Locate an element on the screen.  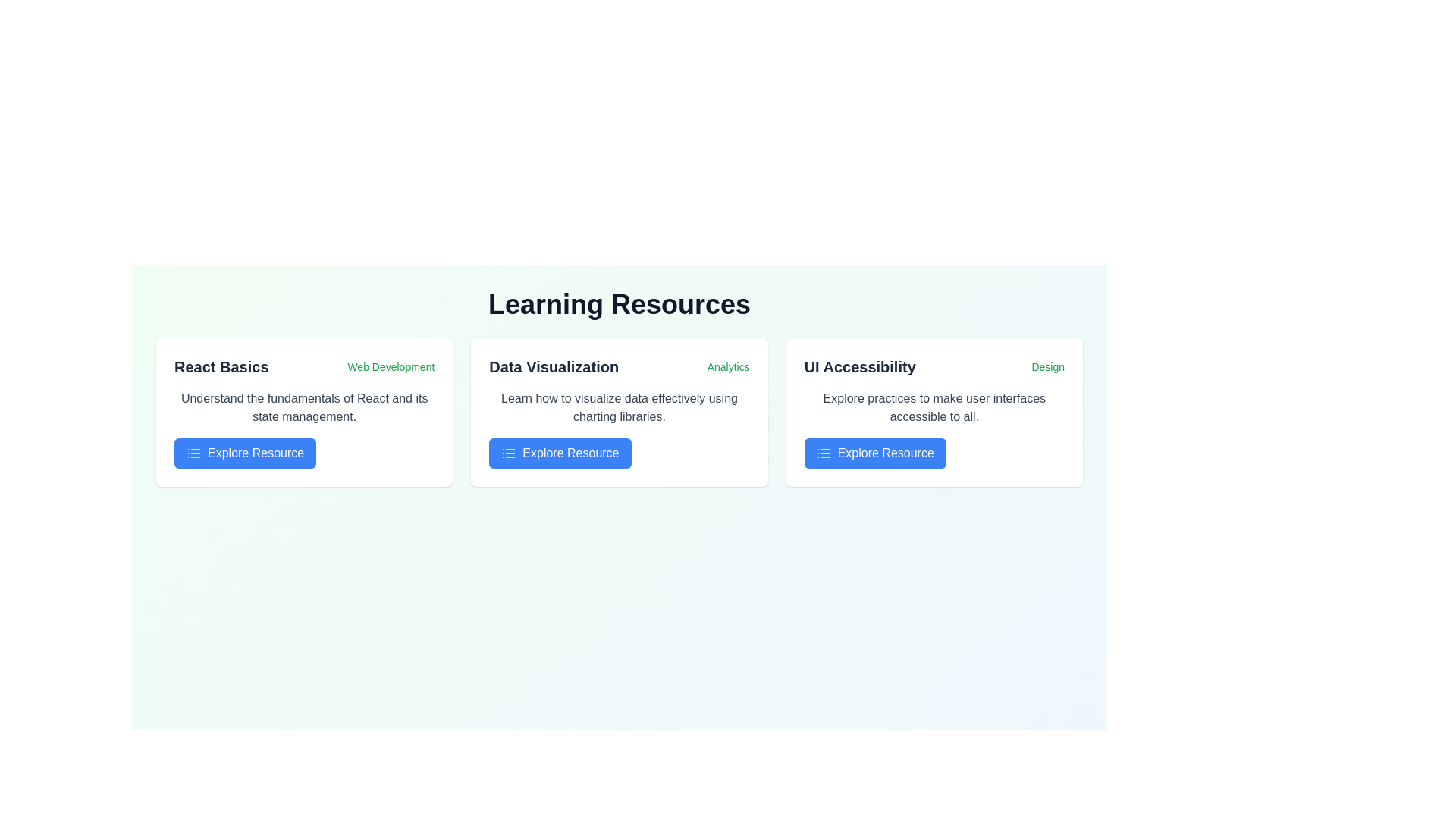
the text label 'Data Visualization', which is styled in bold and slightly larger font, located in the central card of a three-card layout, positioned at the top center of the card's content area is located at coordinates (553, 366).